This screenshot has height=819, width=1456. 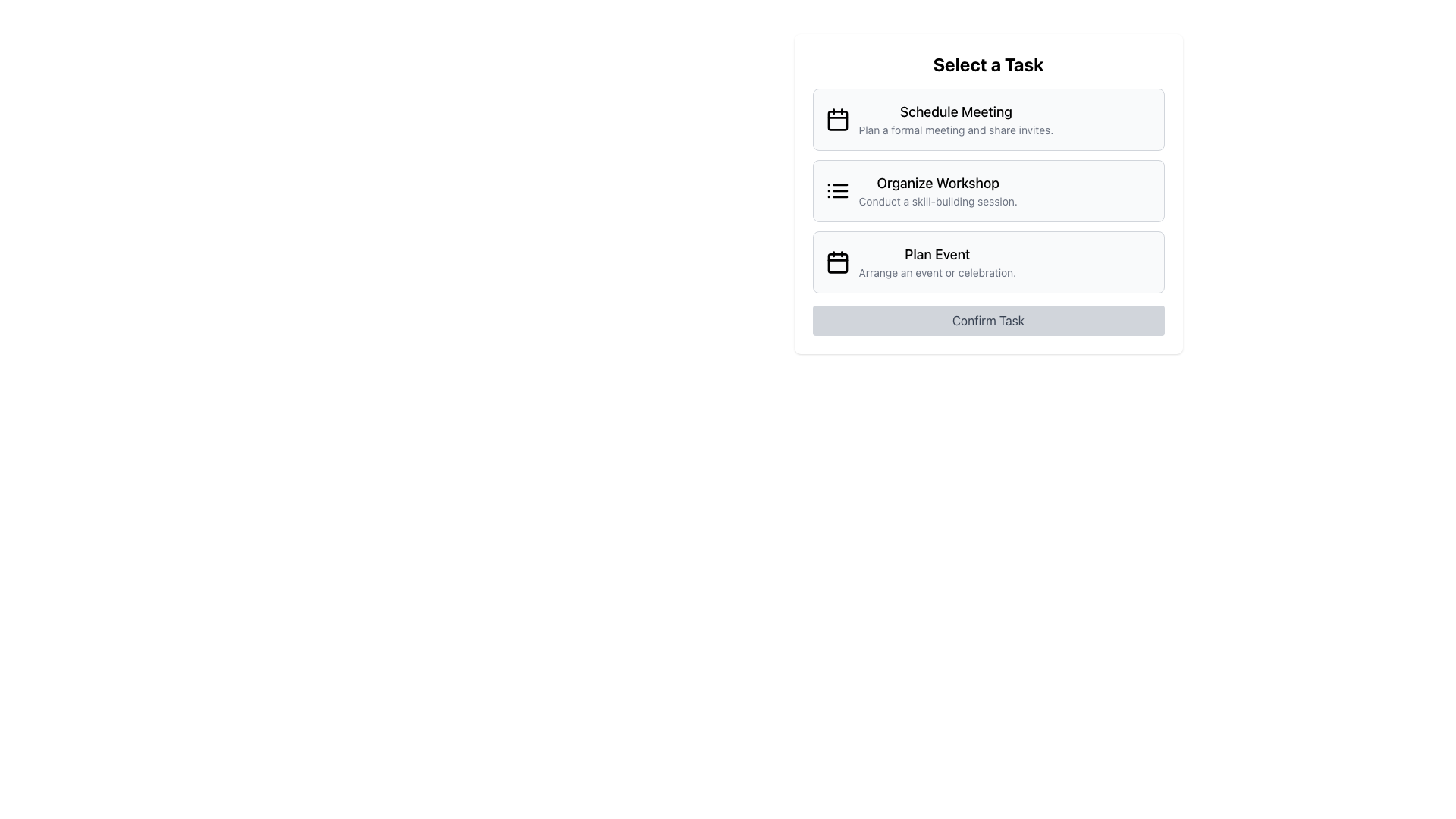 What do you see at coordinates (988, 320) in the screenshot?
I see `the confirmation button located at the bottom of the card-like UI to confirm the selected task choice` at bounding box center [988, 320].